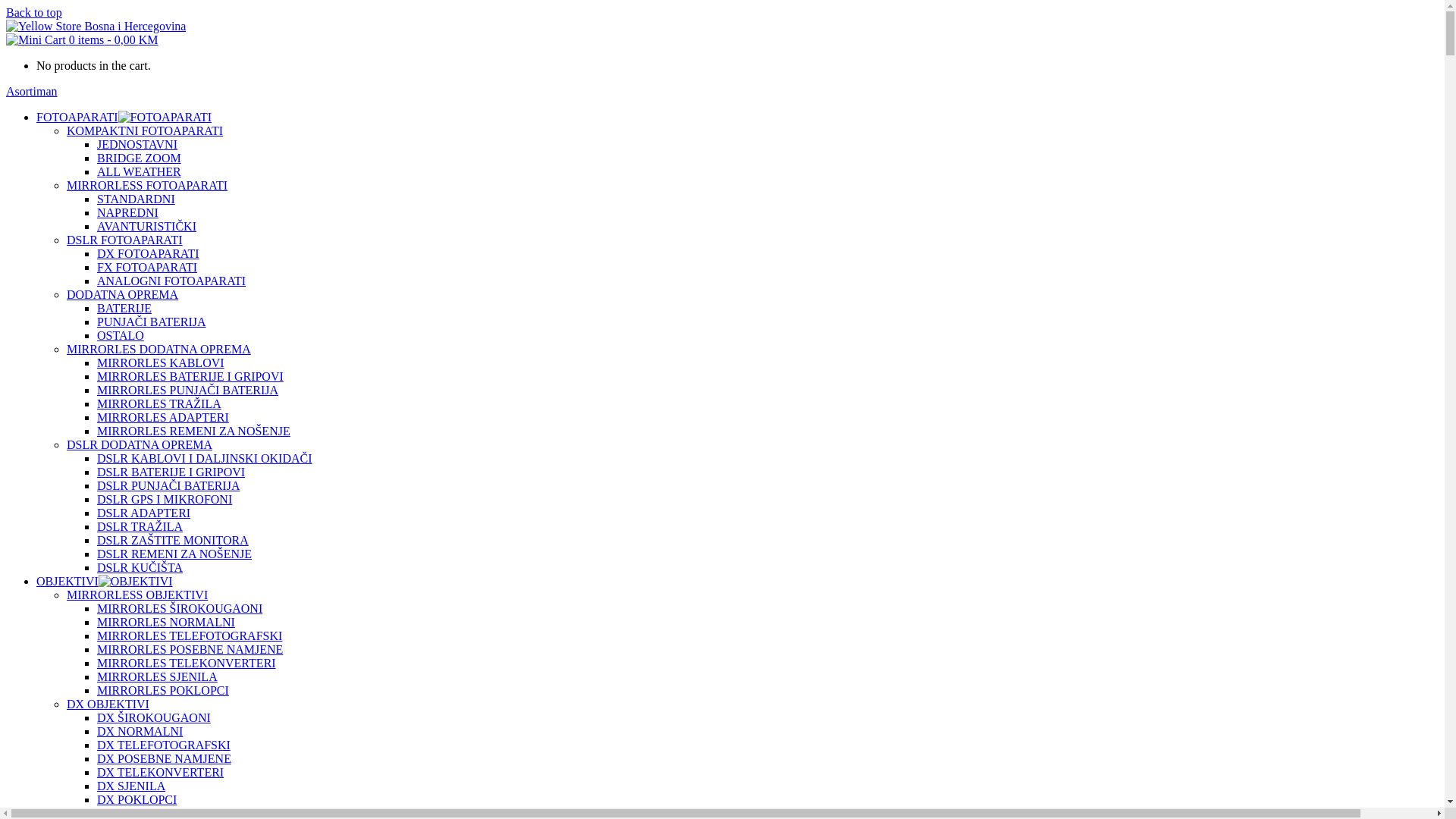 Image resolution: width=1456 pixels, height=819 pixels. What do you see at coordinates (163, 690) in the screenshot?
I see `'MIRRORLES POKLOPCI'` at bounding box center [163, 690].